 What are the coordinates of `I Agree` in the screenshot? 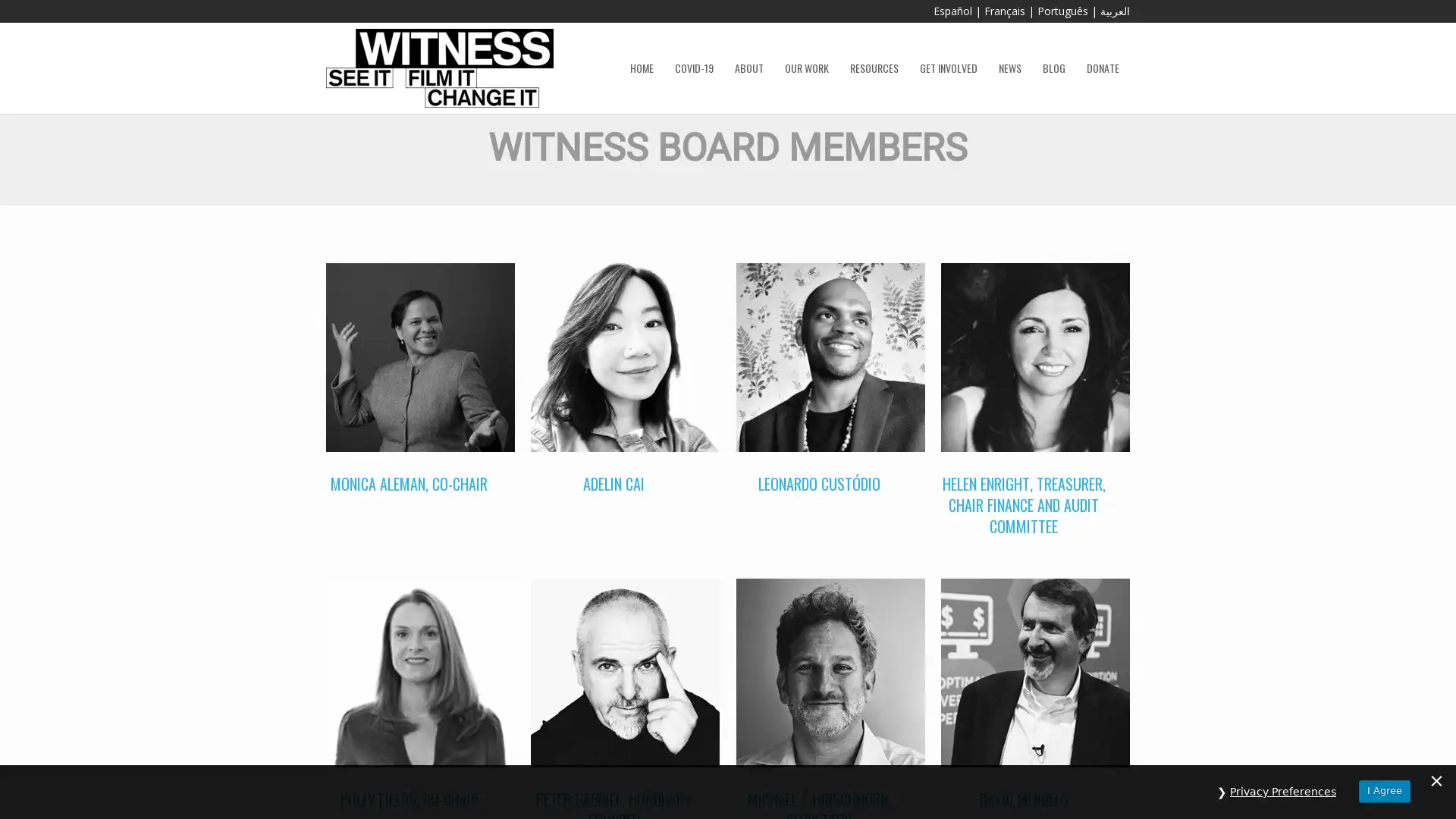 It's located at (1384, 790).